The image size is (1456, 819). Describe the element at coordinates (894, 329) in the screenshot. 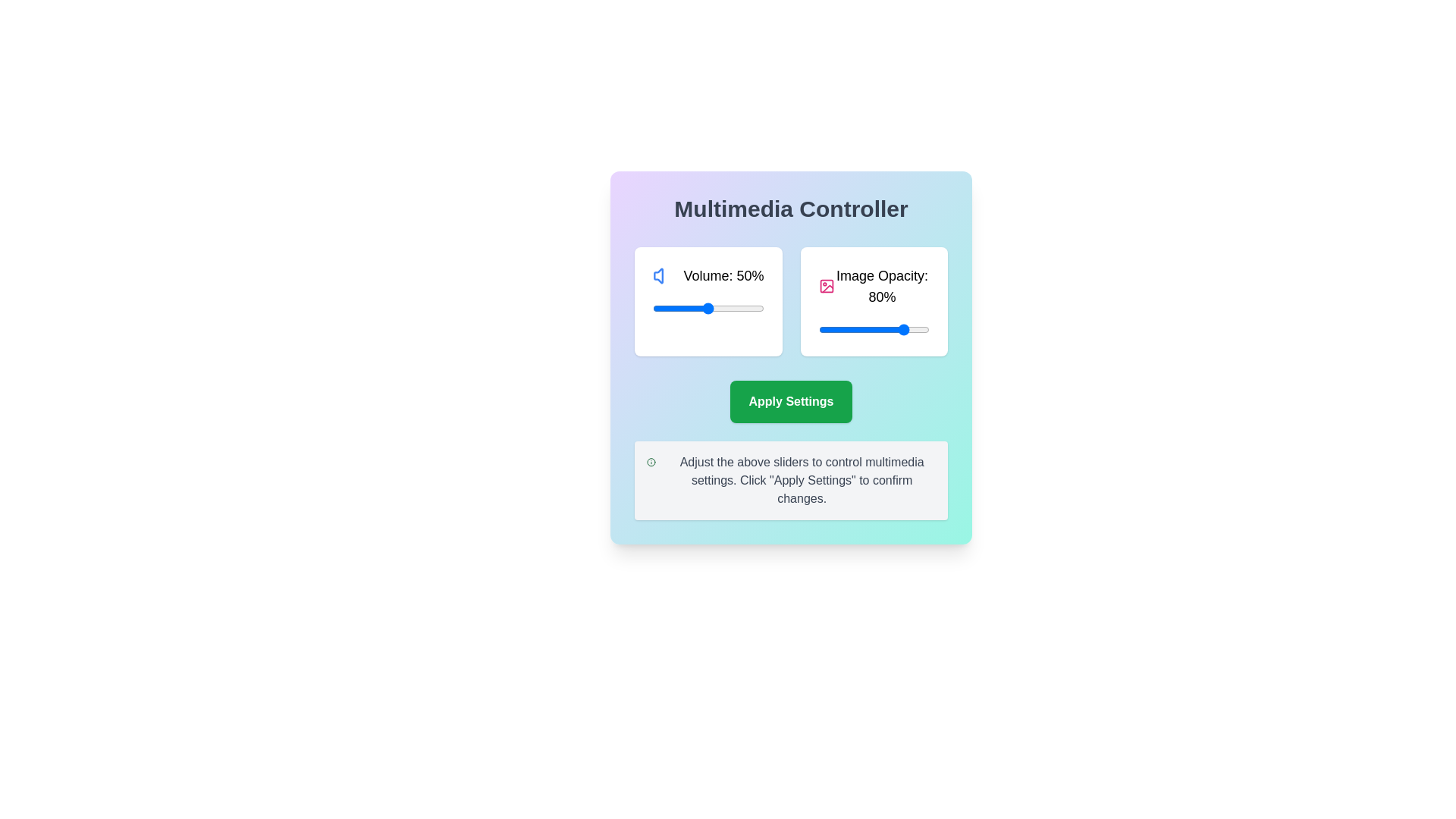

I see `the image opacity slider to set the transparency to 68%` at that location.